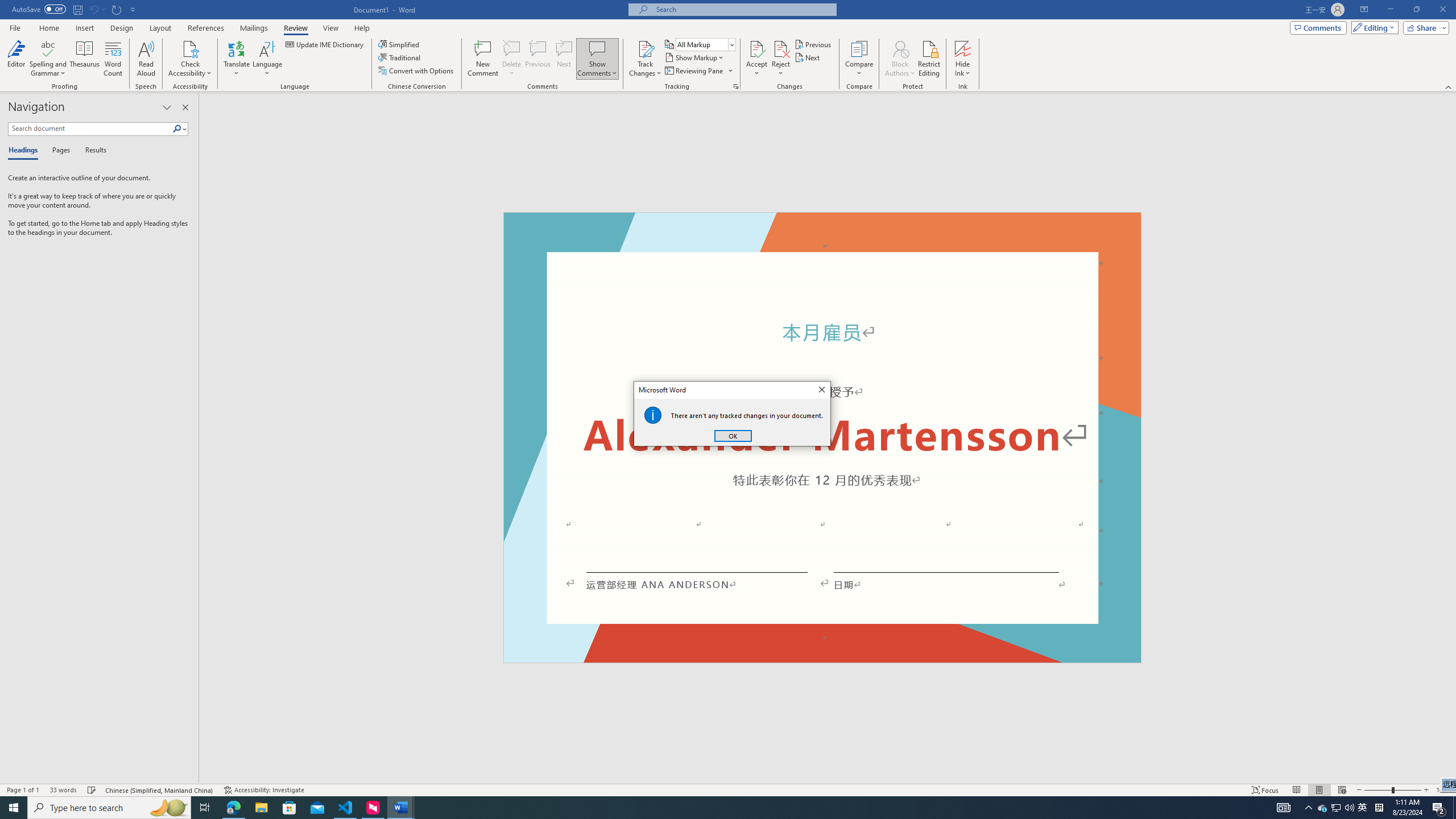 The width and height of the screenshot is (1456, 819). I want to click on 'Zoom 100%', so click(1443, 790).